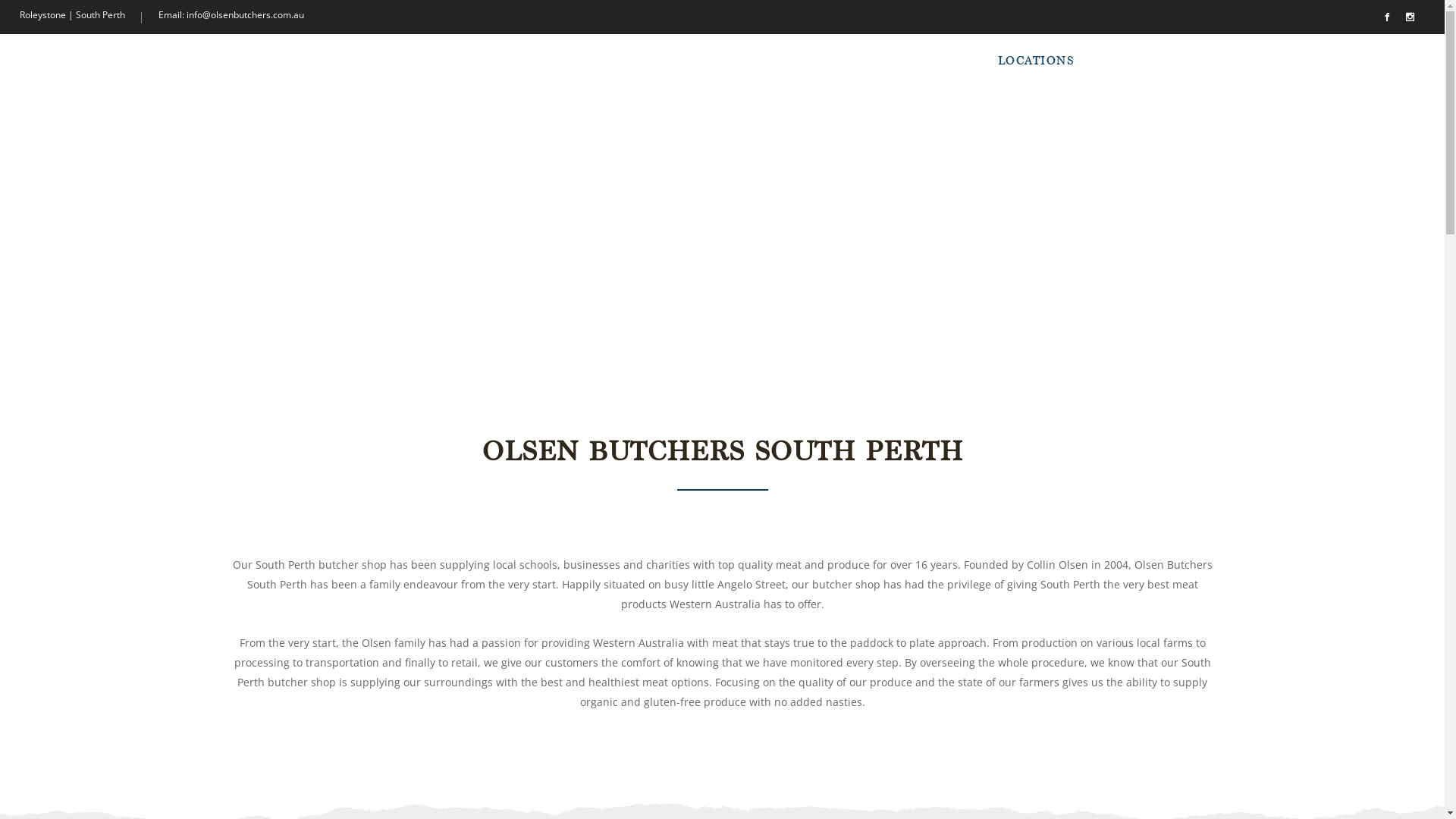 The image size is (1456, 819). What do you see at coordinates (878, 59) in the screenshot?
I see `'HOME'` at bounding box center [878, 59].